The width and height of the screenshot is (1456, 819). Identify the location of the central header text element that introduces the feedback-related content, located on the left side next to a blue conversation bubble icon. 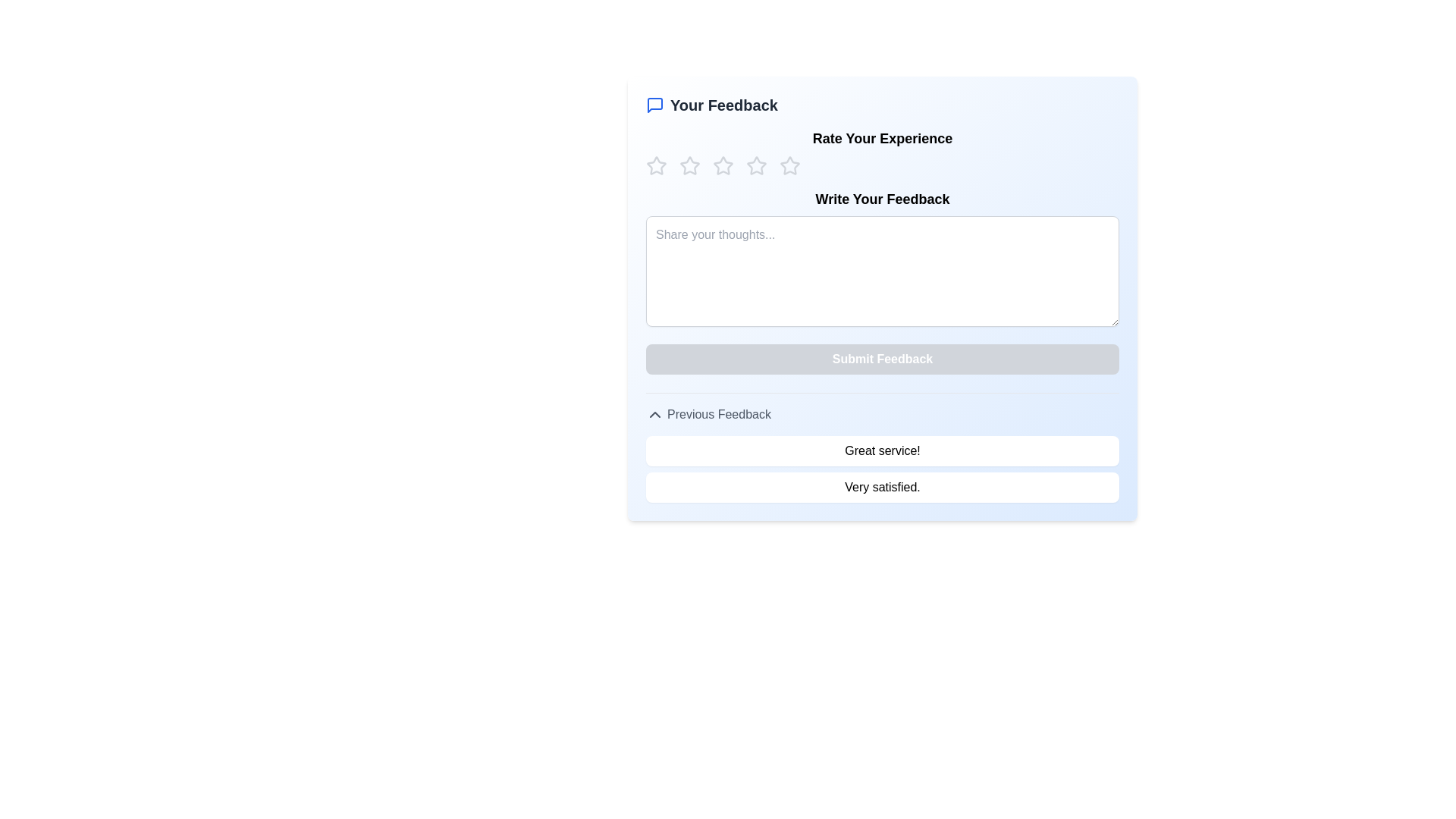
(723, 104).